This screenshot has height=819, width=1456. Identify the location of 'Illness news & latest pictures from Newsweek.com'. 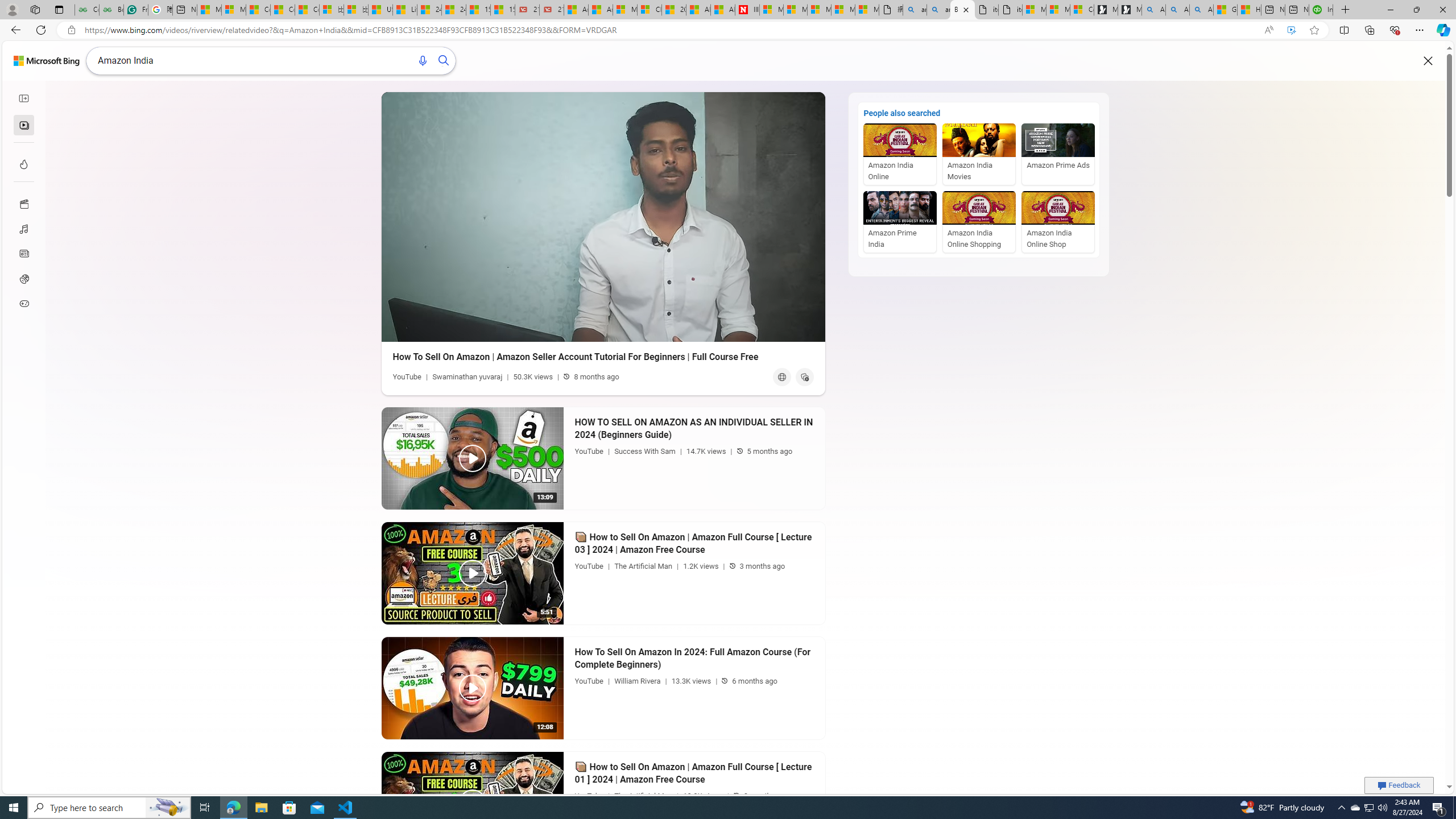
(747, 9).